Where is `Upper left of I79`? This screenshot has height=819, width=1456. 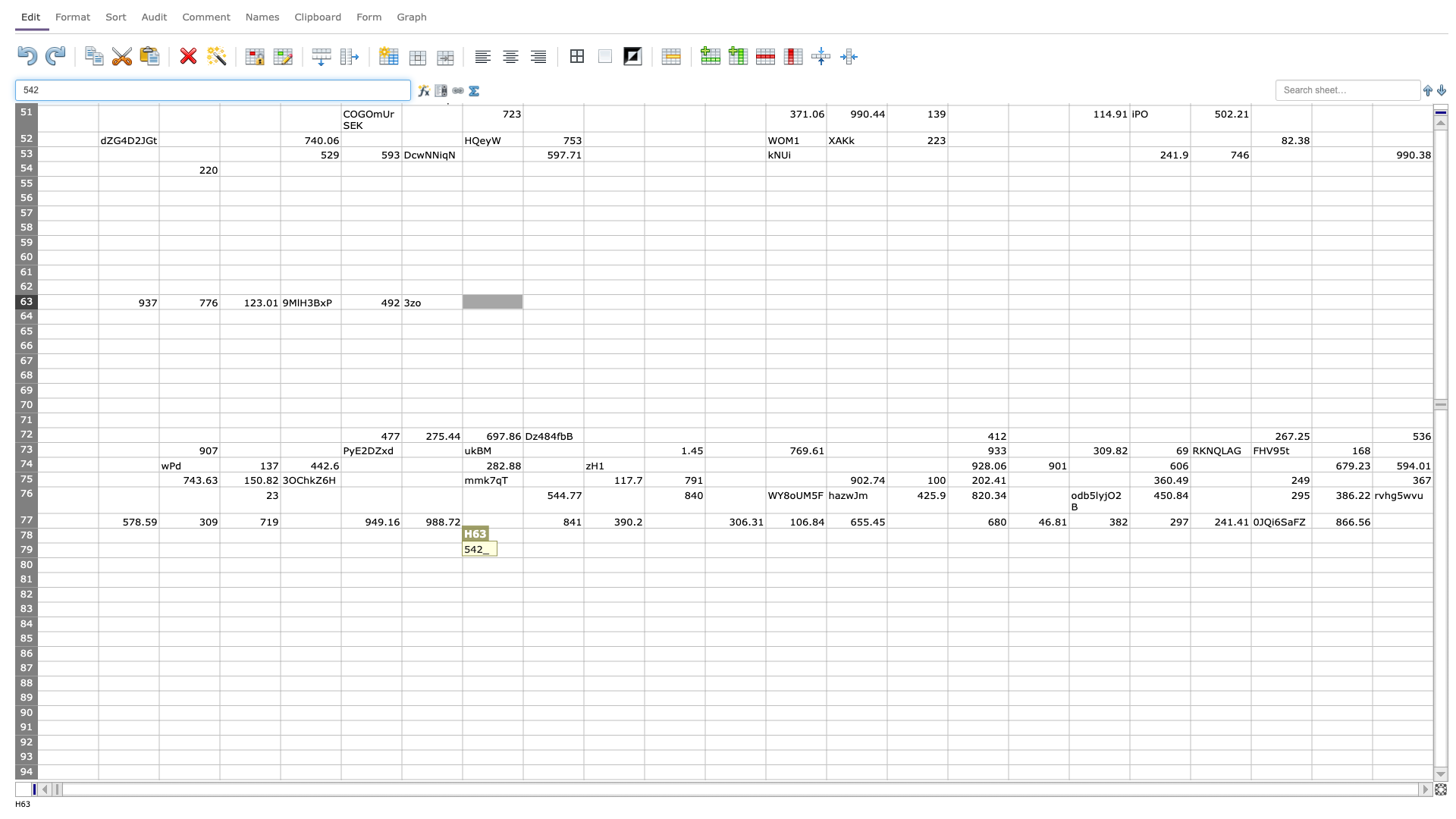
Upper left of I79 is located at coordinates (523, 542).